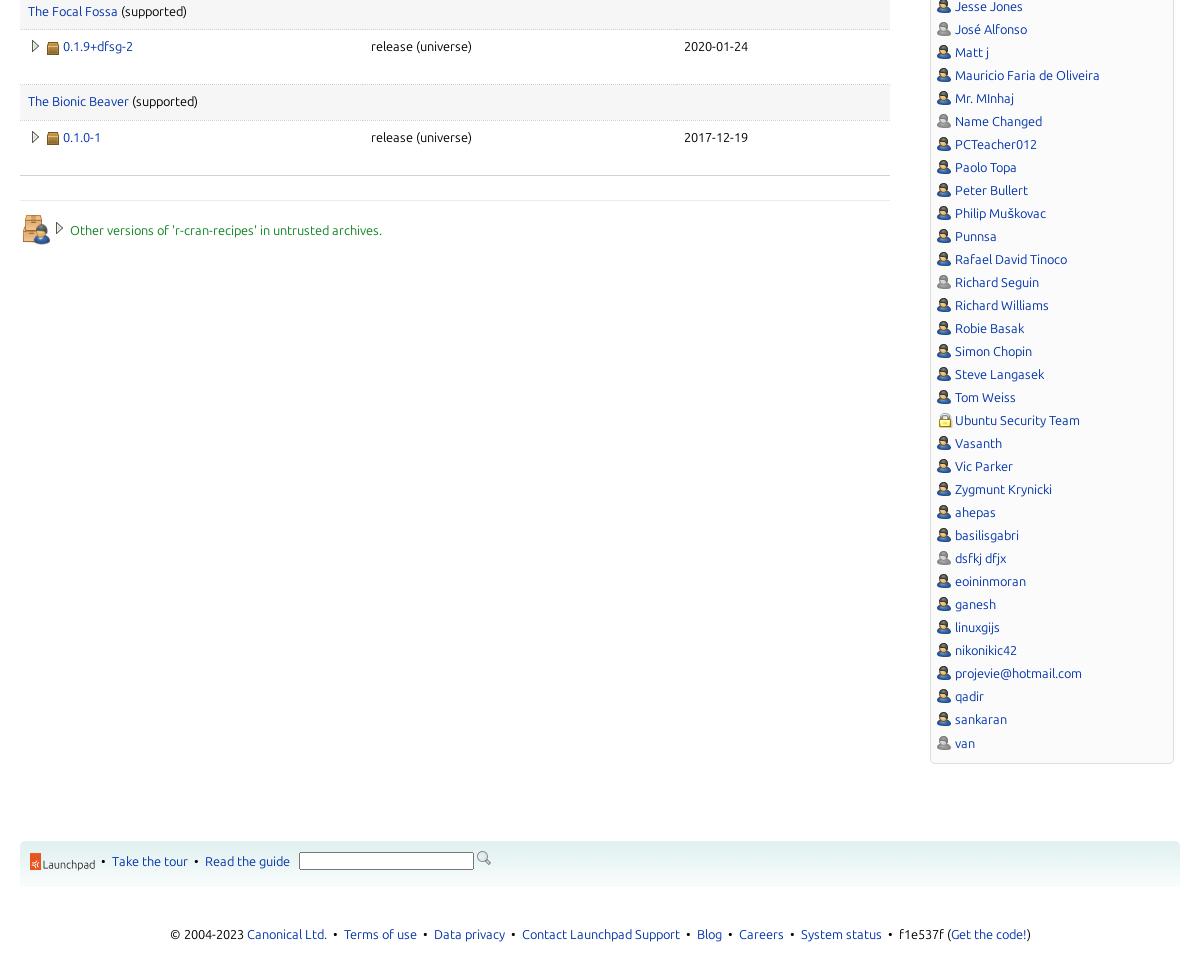 The image size is (1200, 956). What do you see at coordinates (969, 695) in the screenshot?
I see `'qadir'` at bounding box center [969, 695].